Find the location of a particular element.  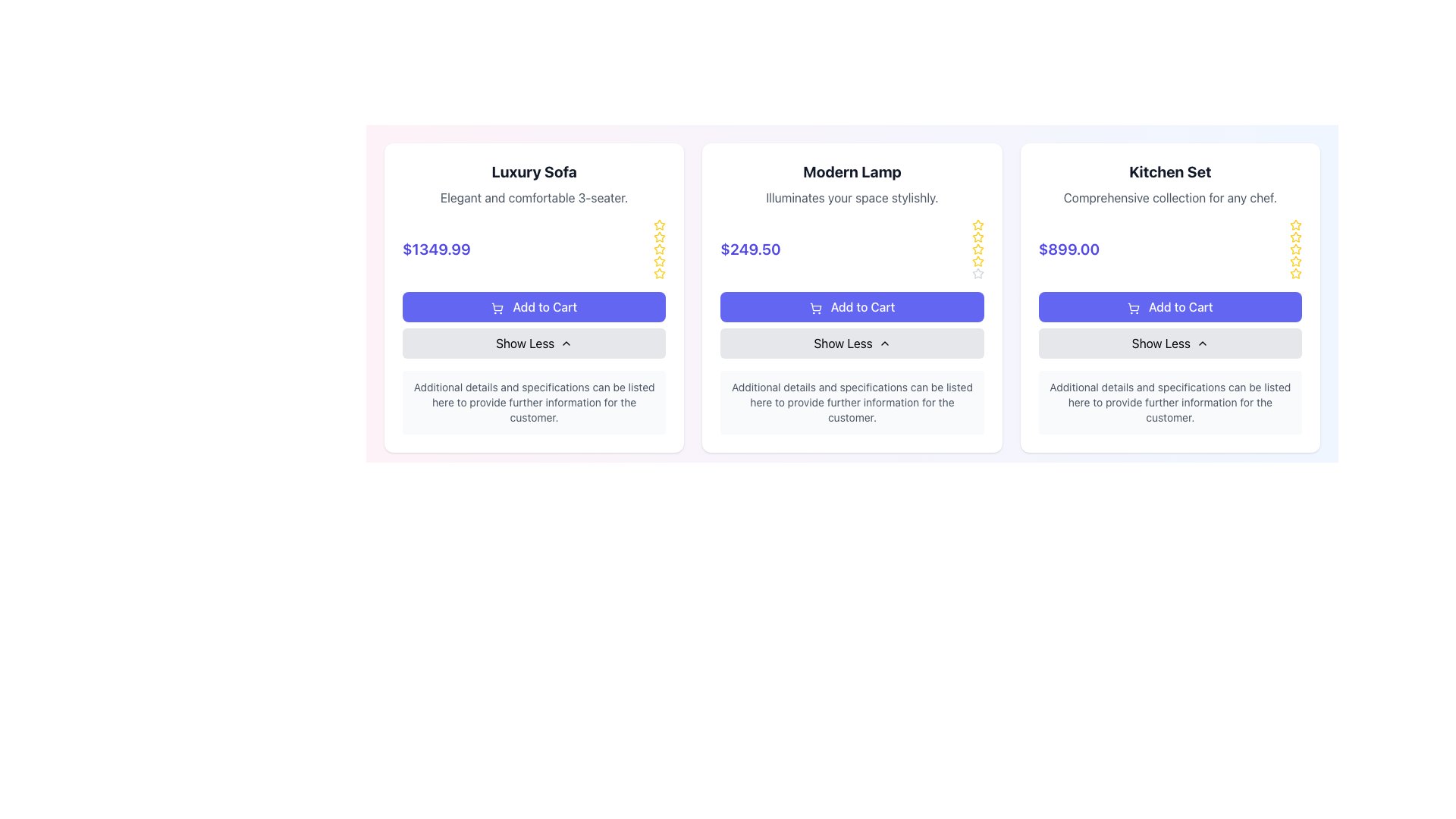

the fifth star-shaped rating icon with a yellow outline, located to the right of the product title 'Modern Lamp' in the central card of the interface is located at coordinates (977, 248).